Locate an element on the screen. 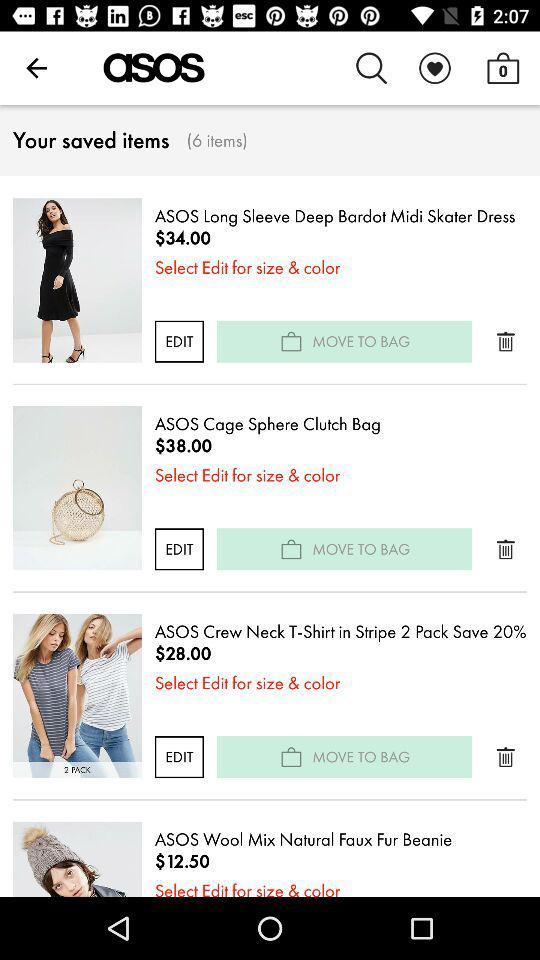 The image size is (540, 960). the icon left to move to bag in third row is located at coordinates (290, 755).